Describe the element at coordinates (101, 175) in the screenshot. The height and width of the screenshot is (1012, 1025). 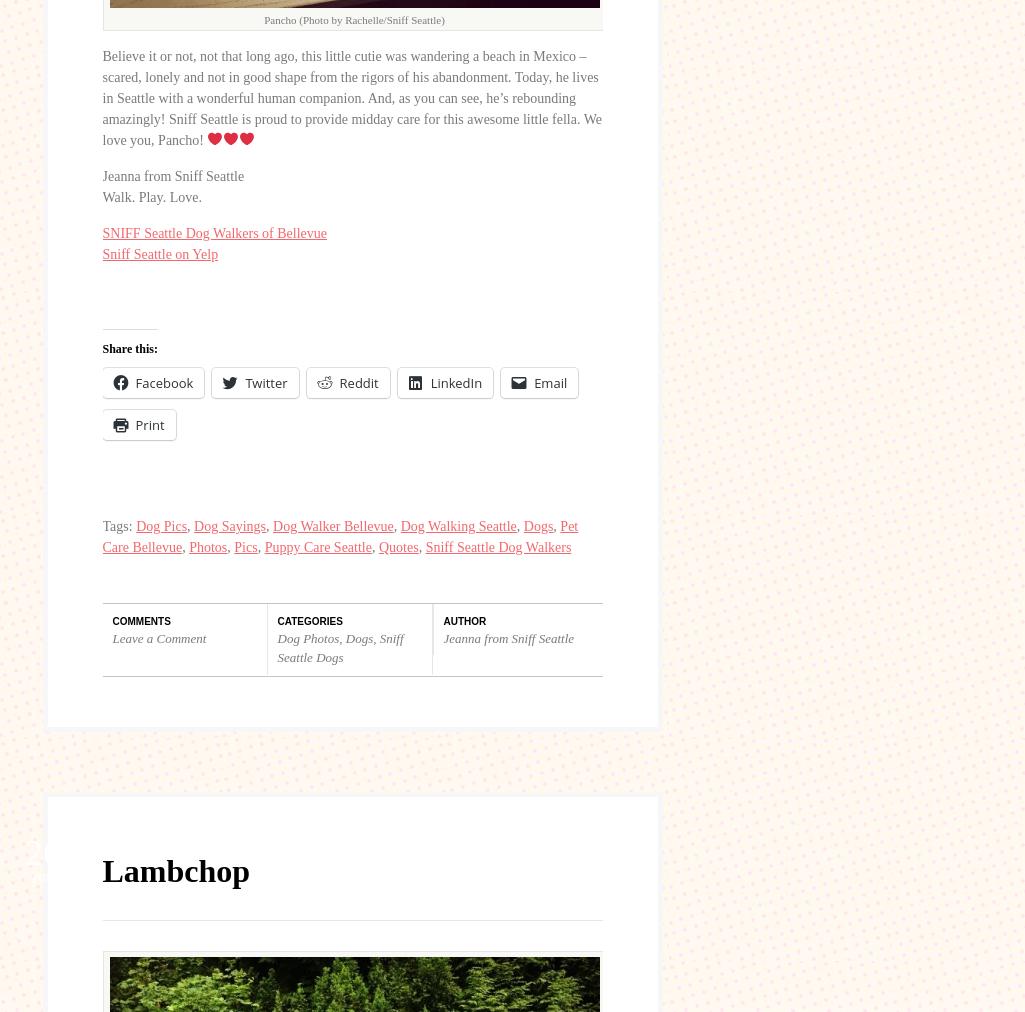
I see `'Jeanna from Sniff Seattle'` at that location.